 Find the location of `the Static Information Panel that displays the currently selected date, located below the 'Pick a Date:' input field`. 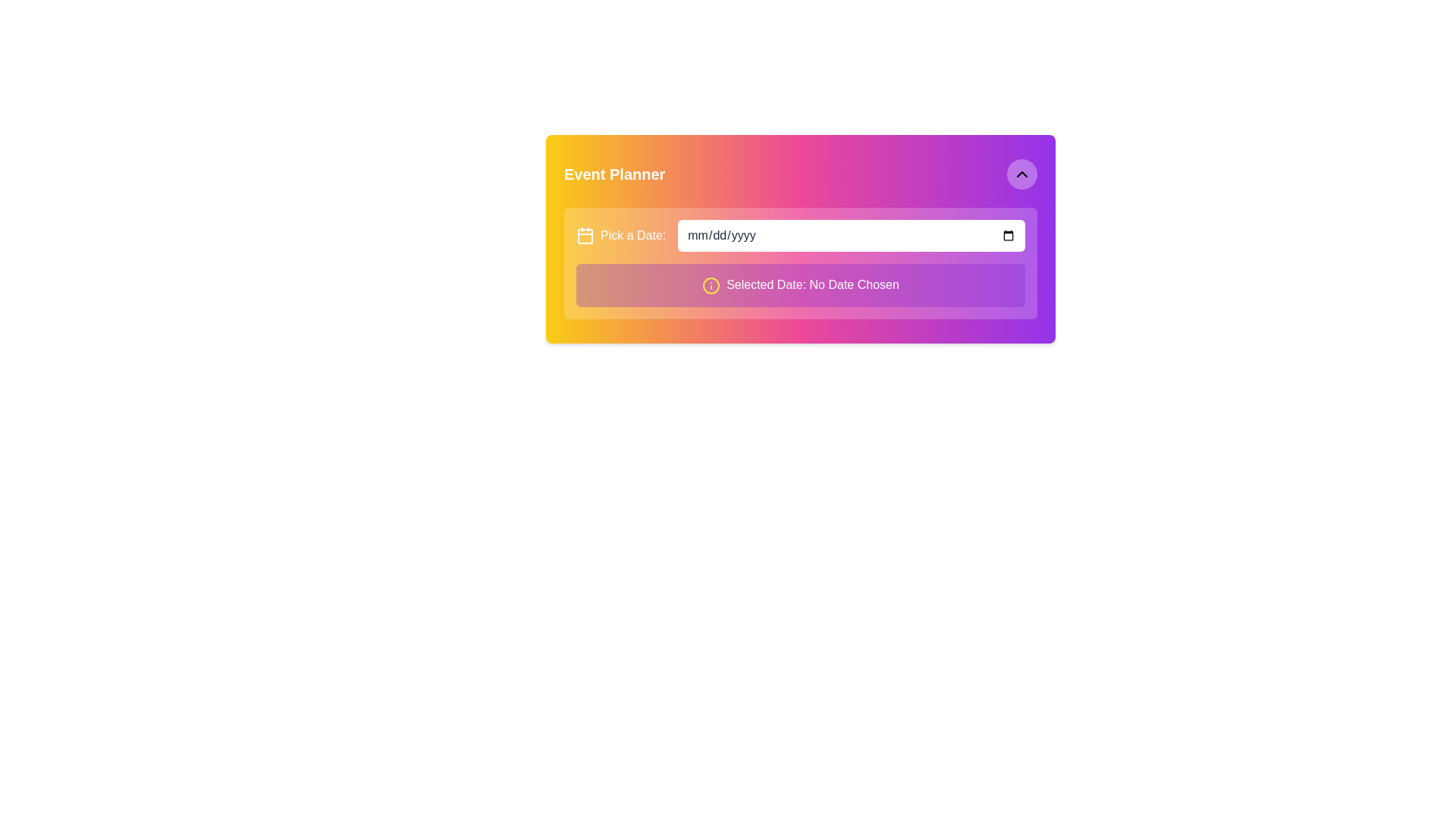

the Static Information Panel that displays the currently selected date, located below the 'Pick a Date:' input field is located at coordinates (800, 284).